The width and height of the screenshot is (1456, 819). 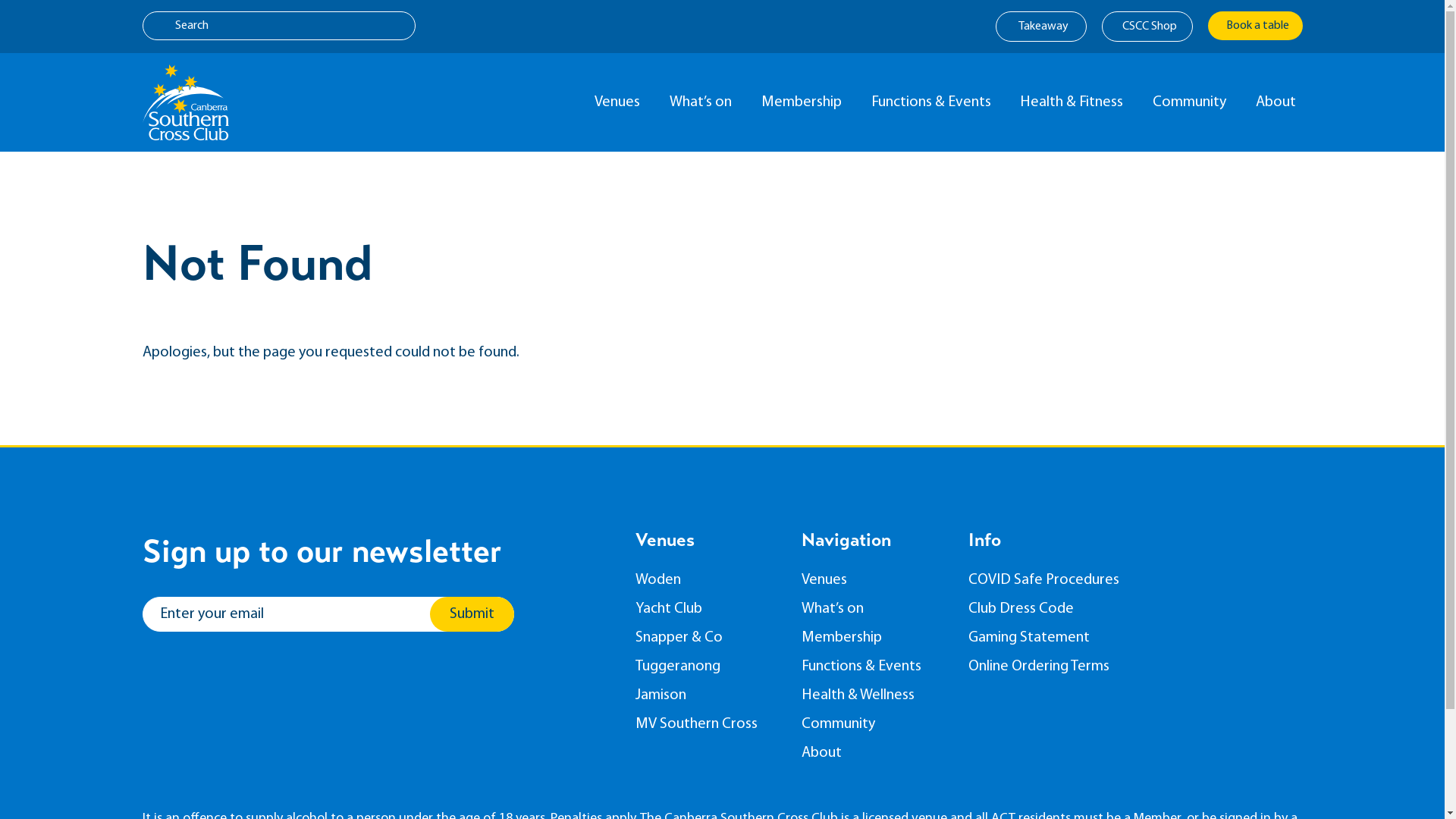 What do you see at coordinates (967, 666) in the screenshot?
I see `'Online Ordering Terms'` at bounding box center [967, 666].